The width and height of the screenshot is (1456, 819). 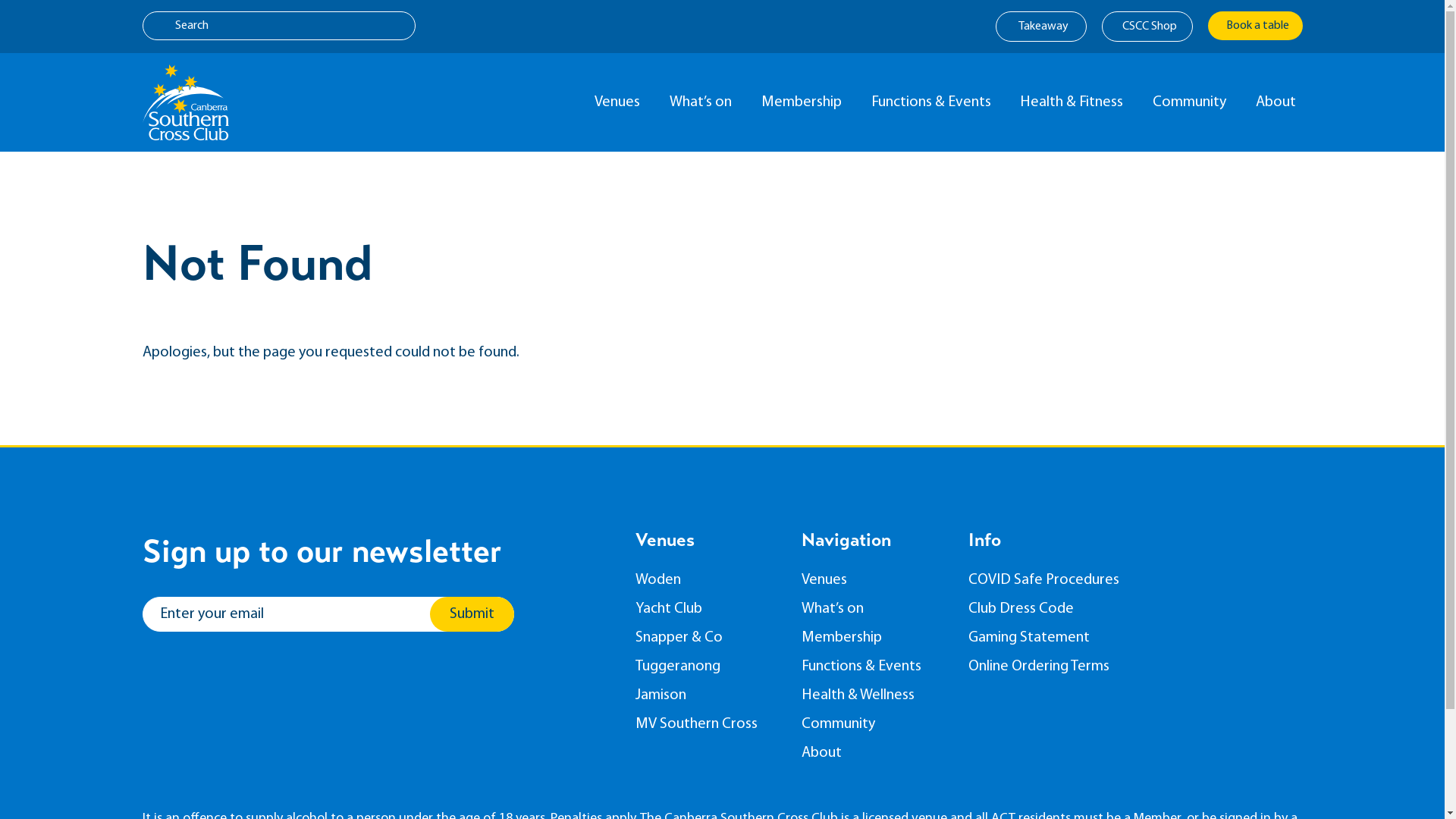 What do you see at coordinates (967, 666) in the screenshot?
I see `'Online Ordering Terms'` at bounding box center [967, 666].